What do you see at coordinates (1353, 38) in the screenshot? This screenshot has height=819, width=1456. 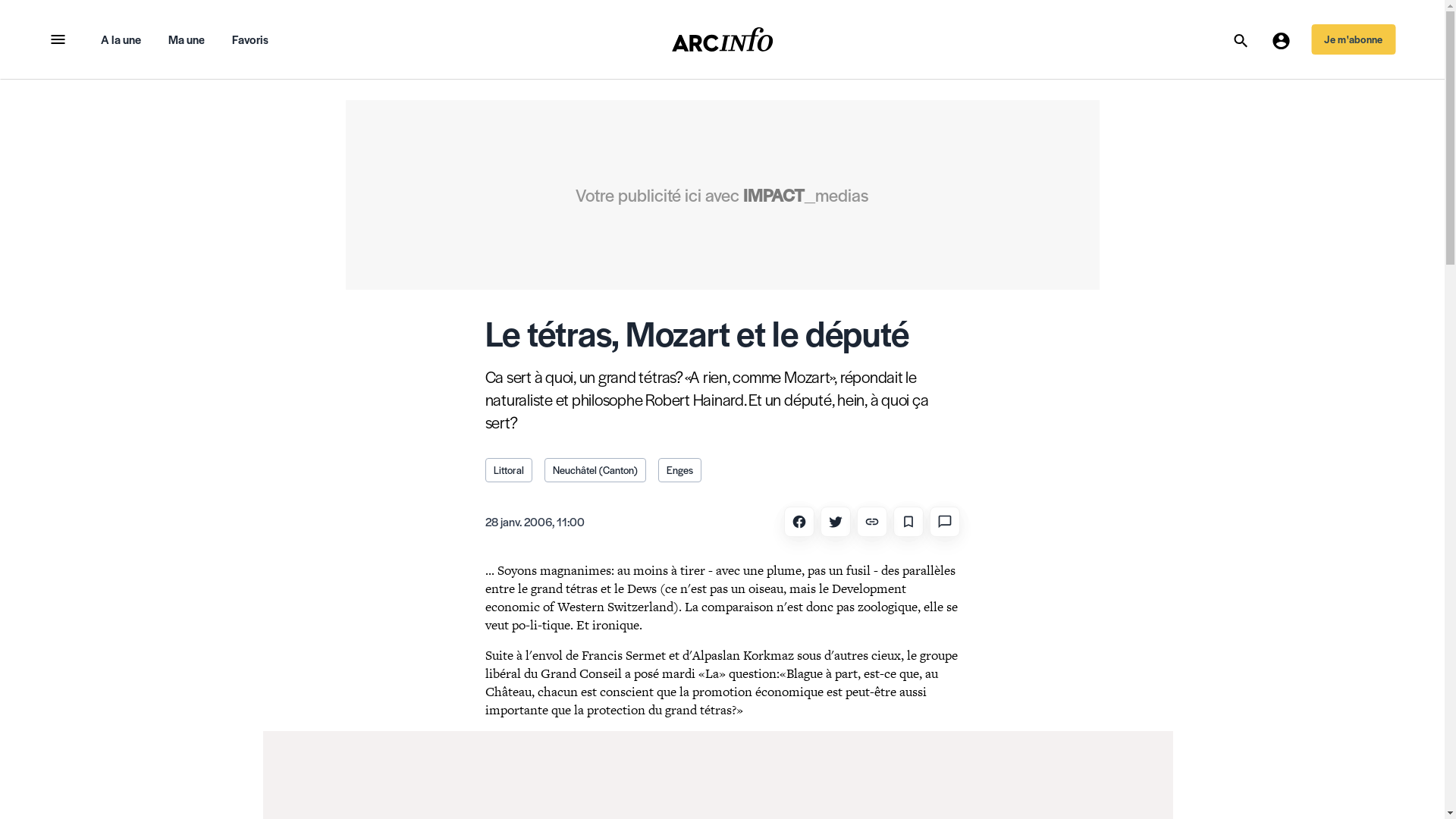 I see `'Je m'abonne'` at bounding box center [1353, 38].